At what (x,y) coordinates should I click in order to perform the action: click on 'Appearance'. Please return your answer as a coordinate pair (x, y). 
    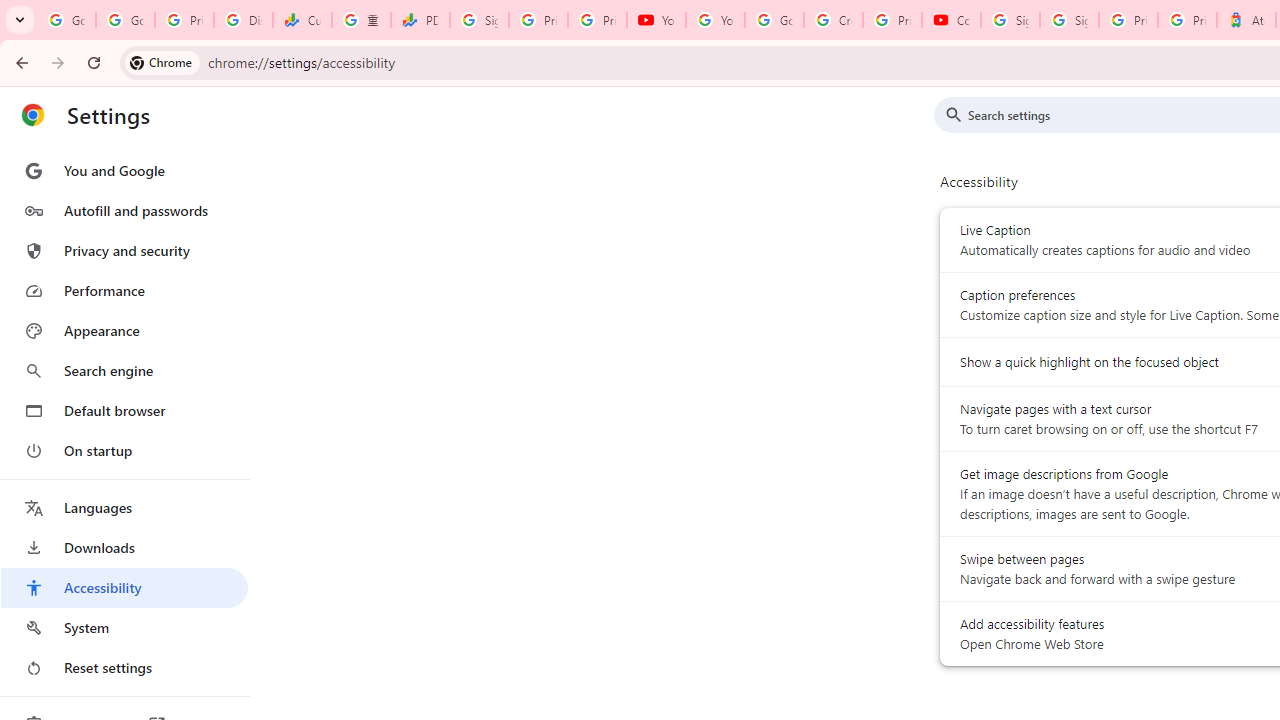
    Looking at the image, I should click on (123, 330).